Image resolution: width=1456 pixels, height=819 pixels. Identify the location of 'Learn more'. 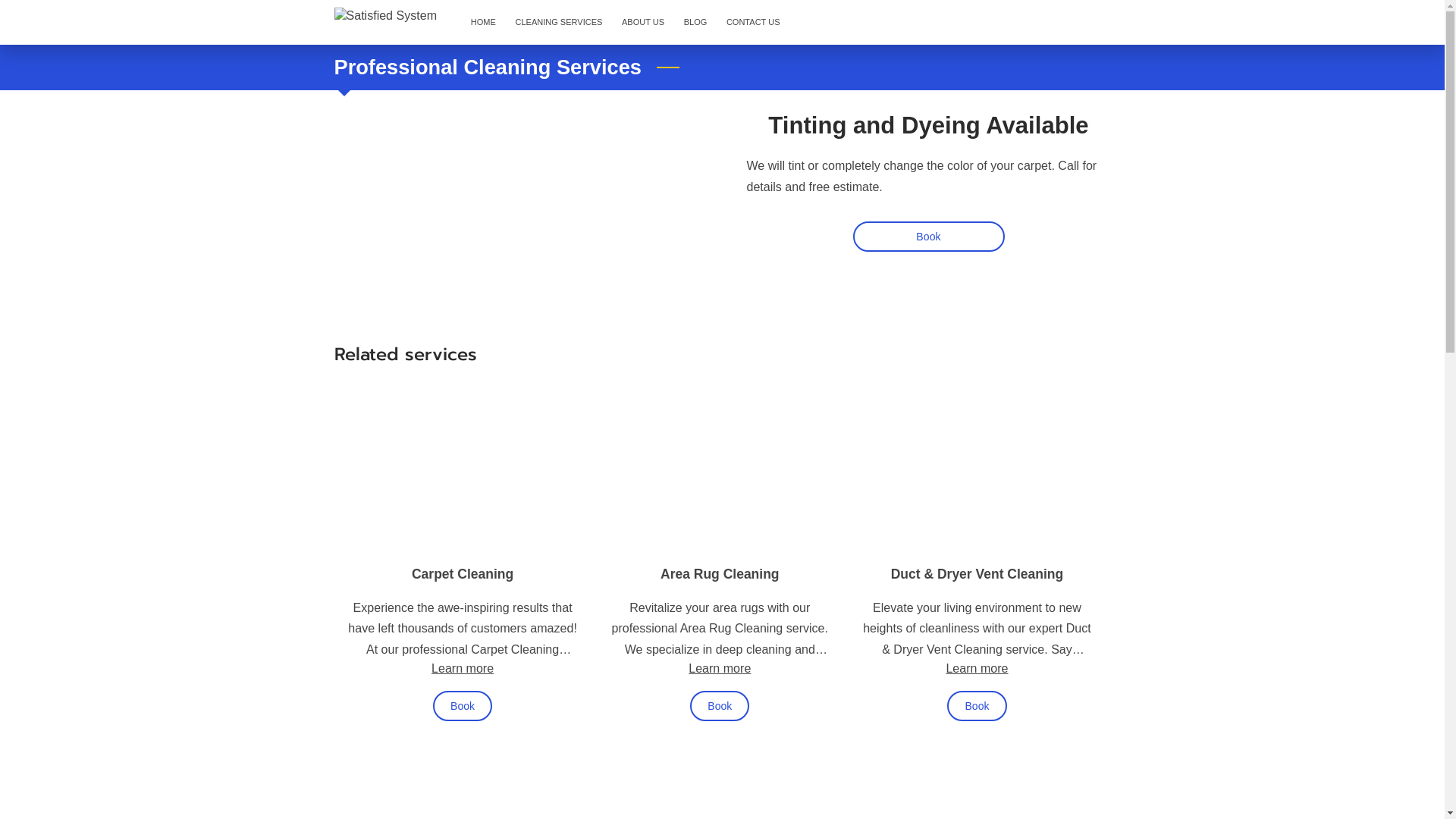
(687, 667).